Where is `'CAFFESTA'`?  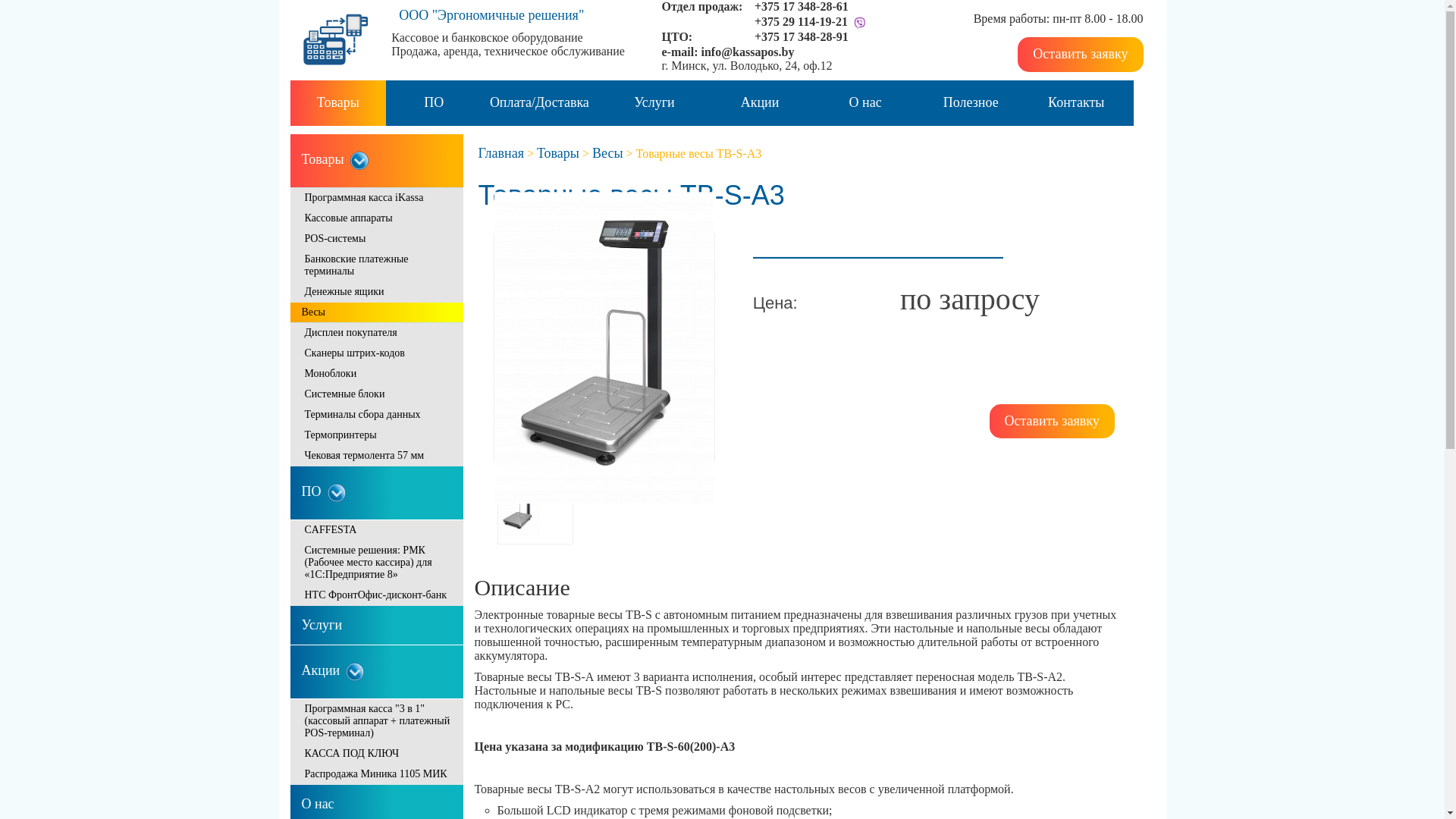
'CAFFESTA' is located at coordinates (375, 529).